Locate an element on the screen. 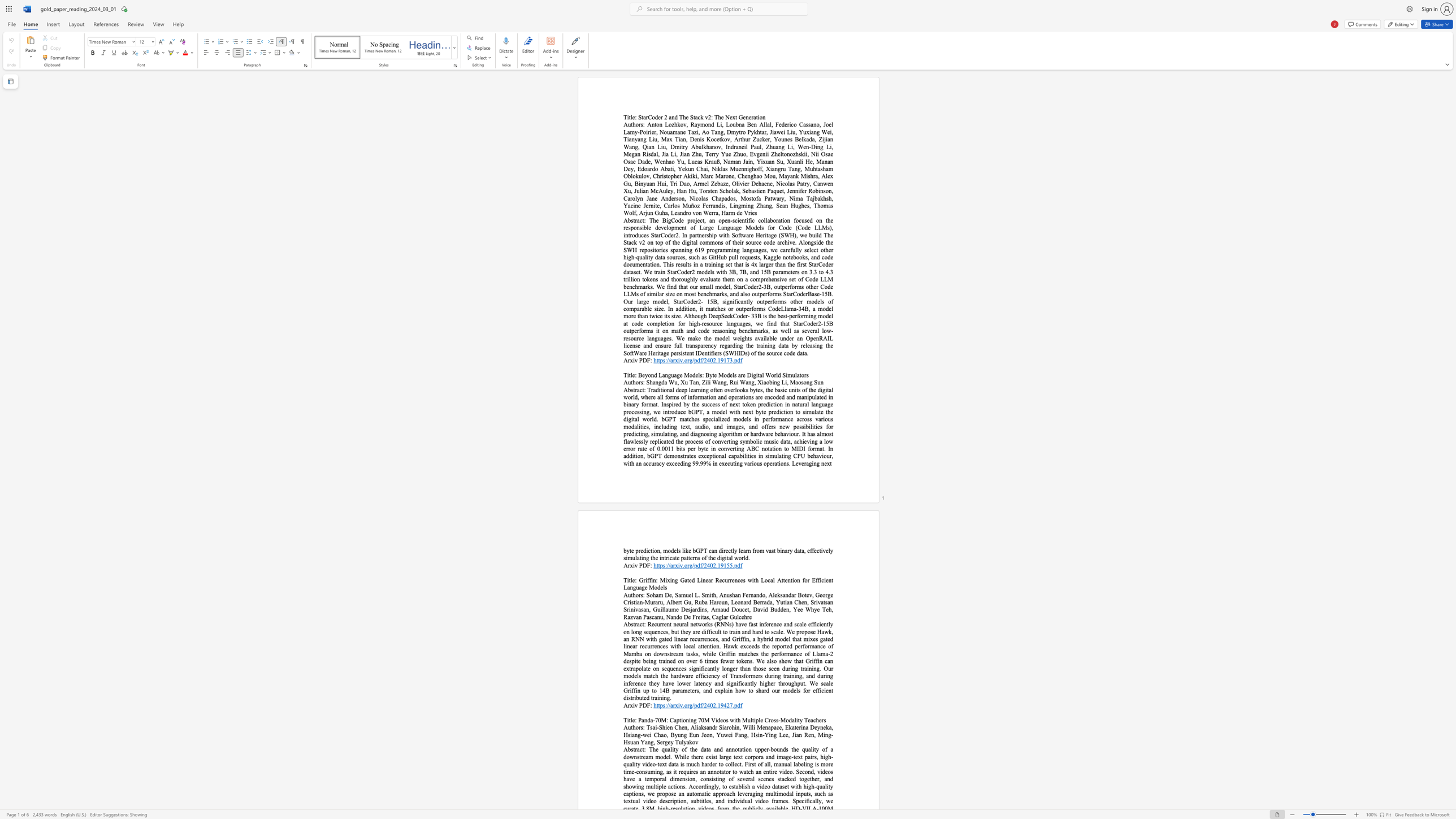  the subset text "g," within the text "Zili Wang," is located at coordinates (723, 382).